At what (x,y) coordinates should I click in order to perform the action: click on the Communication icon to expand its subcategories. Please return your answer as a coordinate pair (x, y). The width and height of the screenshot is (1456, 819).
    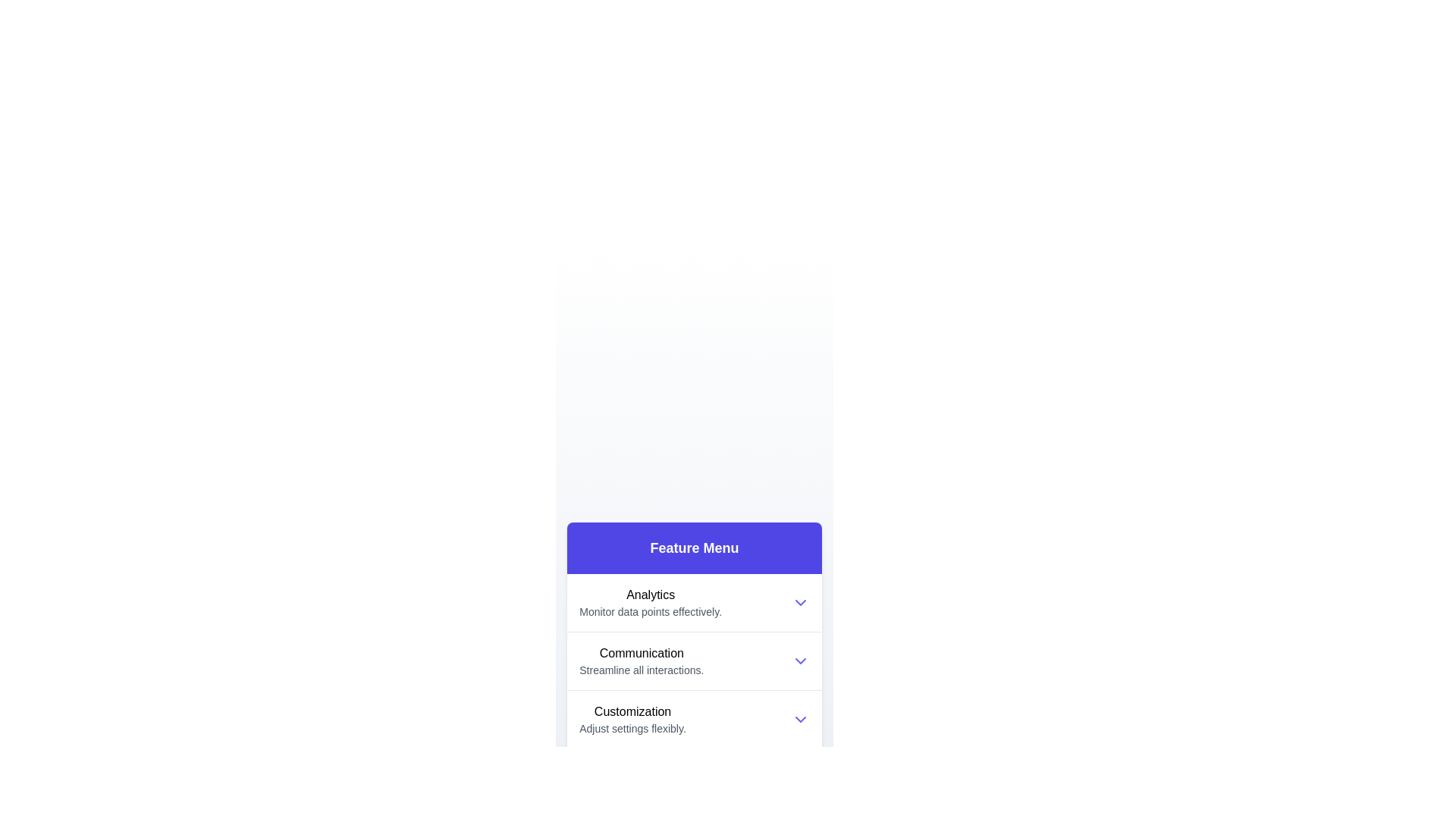
    Looking at the image, I should click on (642, 660).